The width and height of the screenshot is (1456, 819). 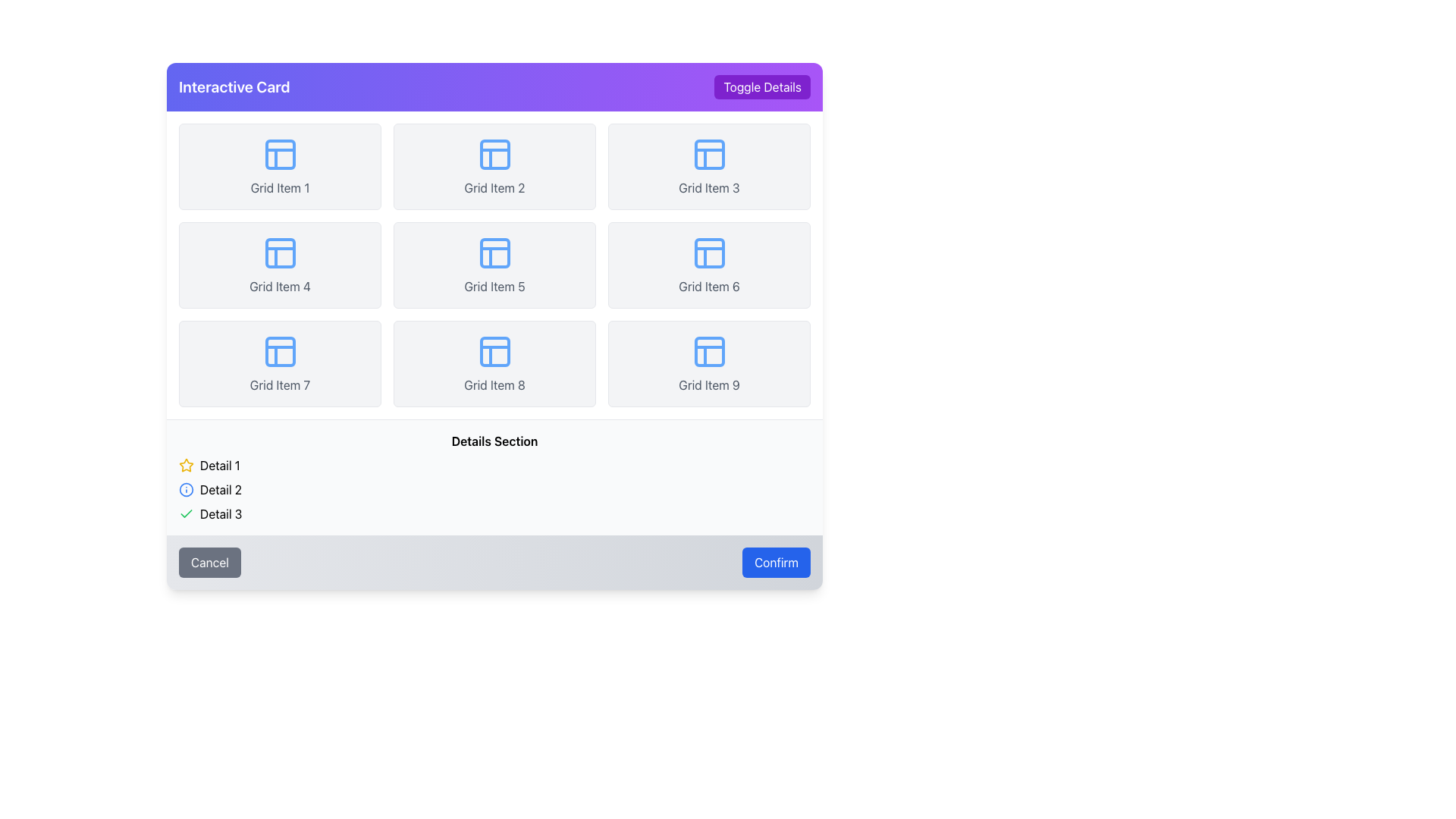 What do you see at coordinates (219, 464) in the screenshot?
I see `the text label located below the grid in the 'Details Section', next to the yellow star icon` at bounding box center [219, 464].